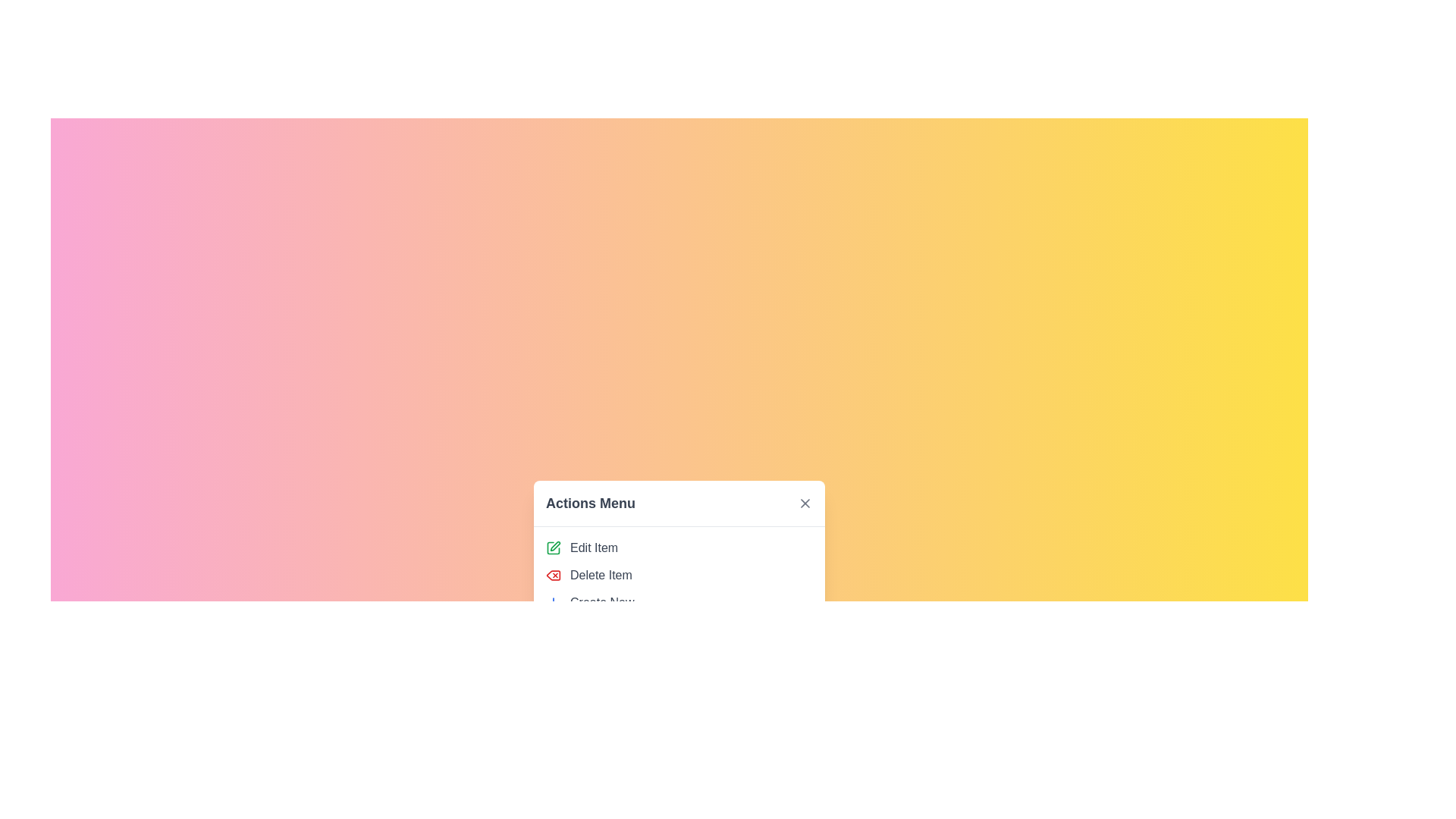 The image size is (1456, 819). Describe the element at coordinates (552, 575) in the screenshot. I see `the 'Delete Item' icon button, which is the second item in the vertical list of actions` at that location.